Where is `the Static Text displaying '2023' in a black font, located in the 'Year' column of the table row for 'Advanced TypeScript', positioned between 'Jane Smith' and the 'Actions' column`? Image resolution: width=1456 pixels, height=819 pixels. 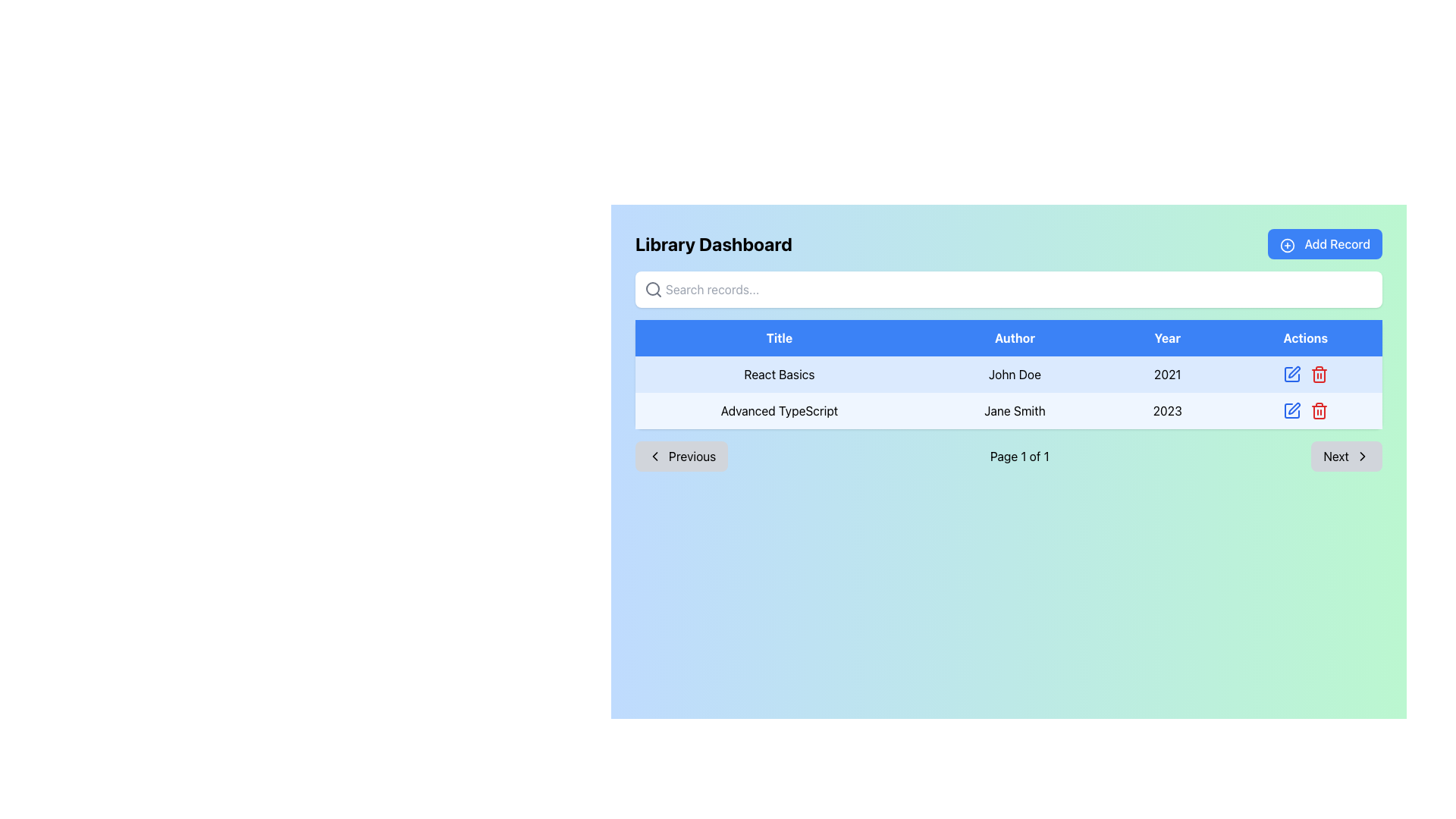 the Static Text displaying '2023' in a black font, located in the 'Year' column of the table row for 'Advanced TypeScript', positioned between 'Jane Smith' and the 'Actions' column is located at coordinates (1166, 411).